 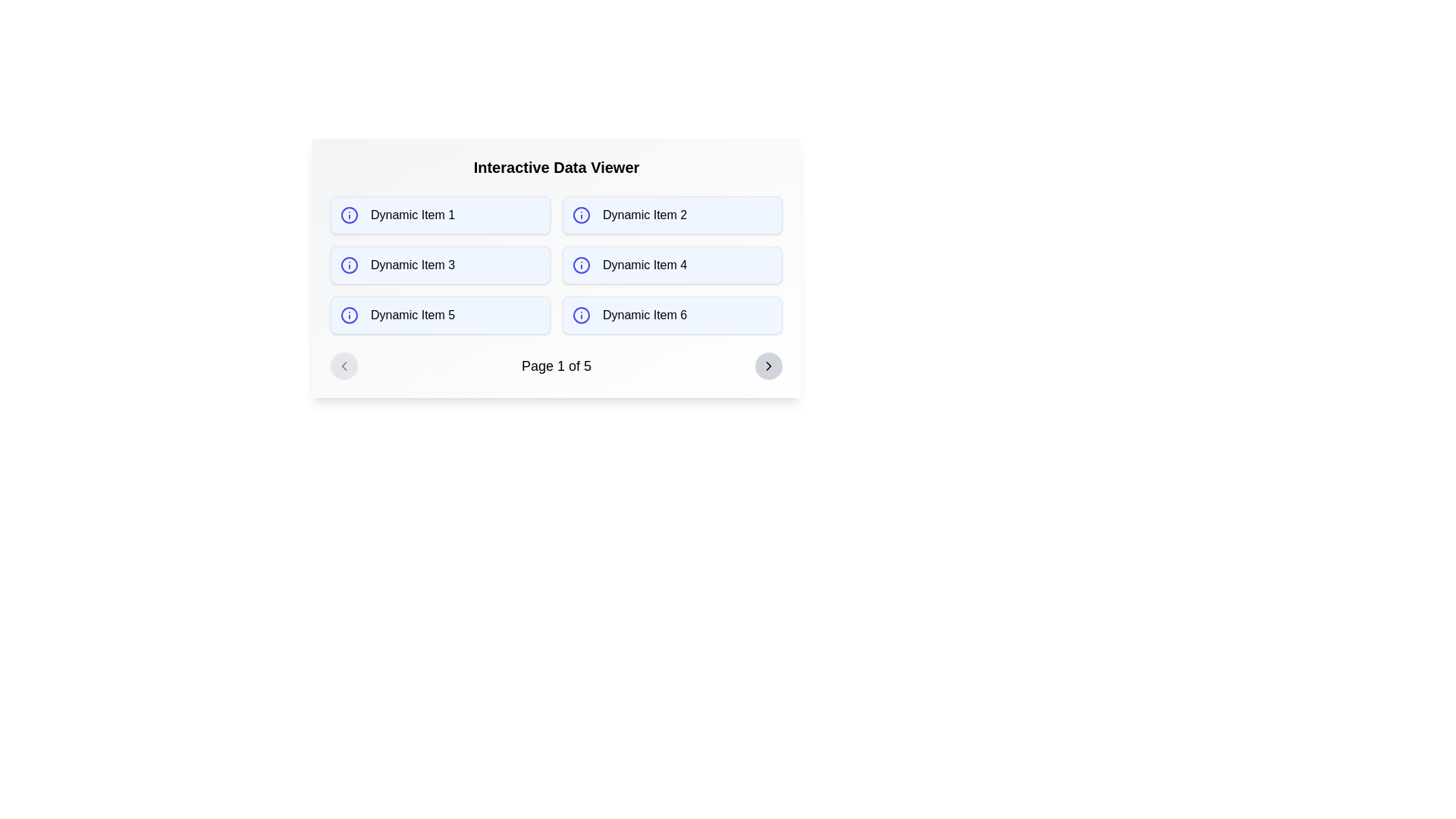 I want to click on the icon that serves as an indicator for additional information associated with 'Dynamic Item 6', located in the bottom right corner of the button in the 2x3 grid under 'Interactive Data Viewer', so click(x=581, y=315).